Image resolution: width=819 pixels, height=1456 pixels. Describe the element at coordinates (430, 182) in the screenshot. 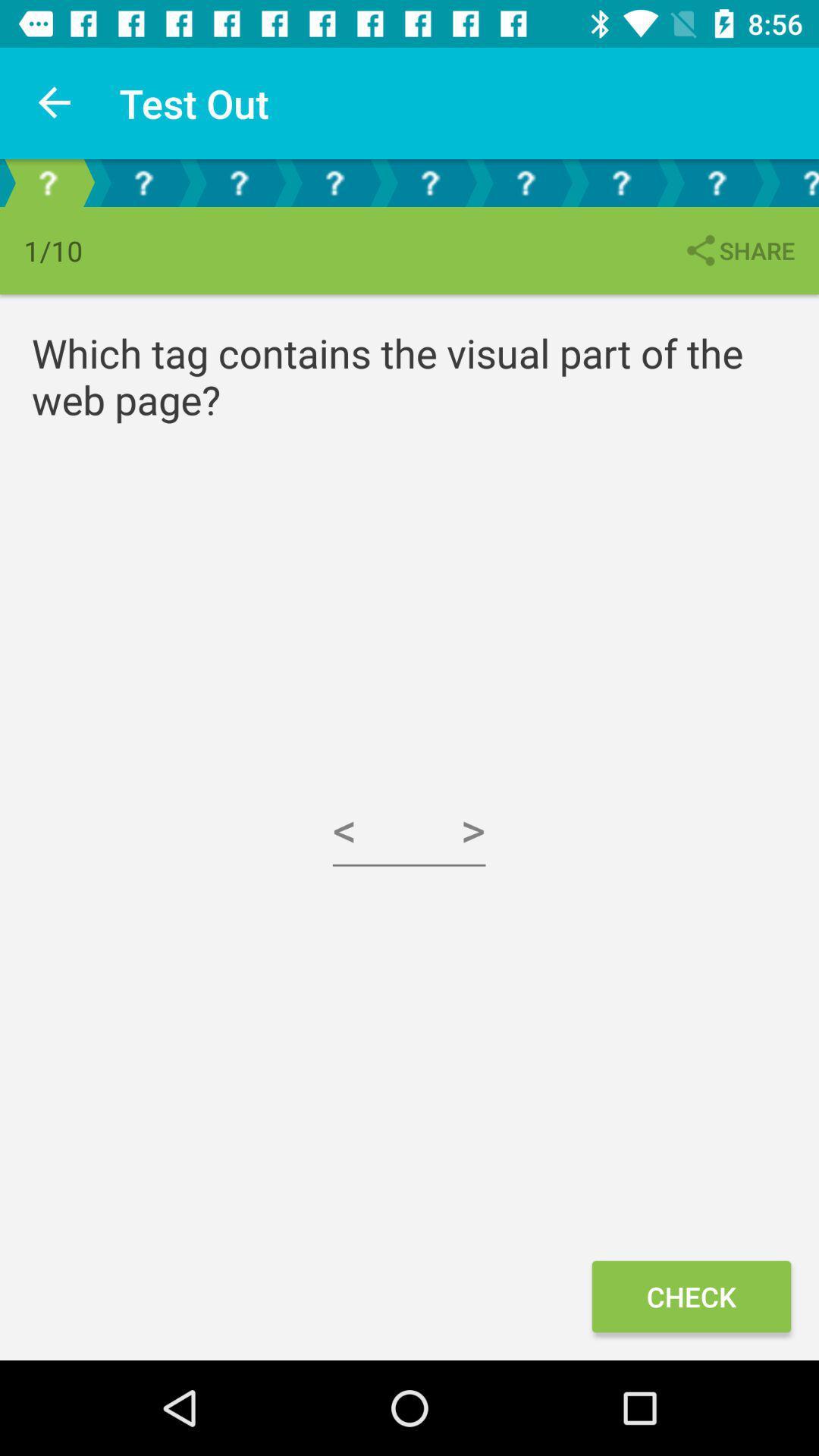

I see `question` at that location.